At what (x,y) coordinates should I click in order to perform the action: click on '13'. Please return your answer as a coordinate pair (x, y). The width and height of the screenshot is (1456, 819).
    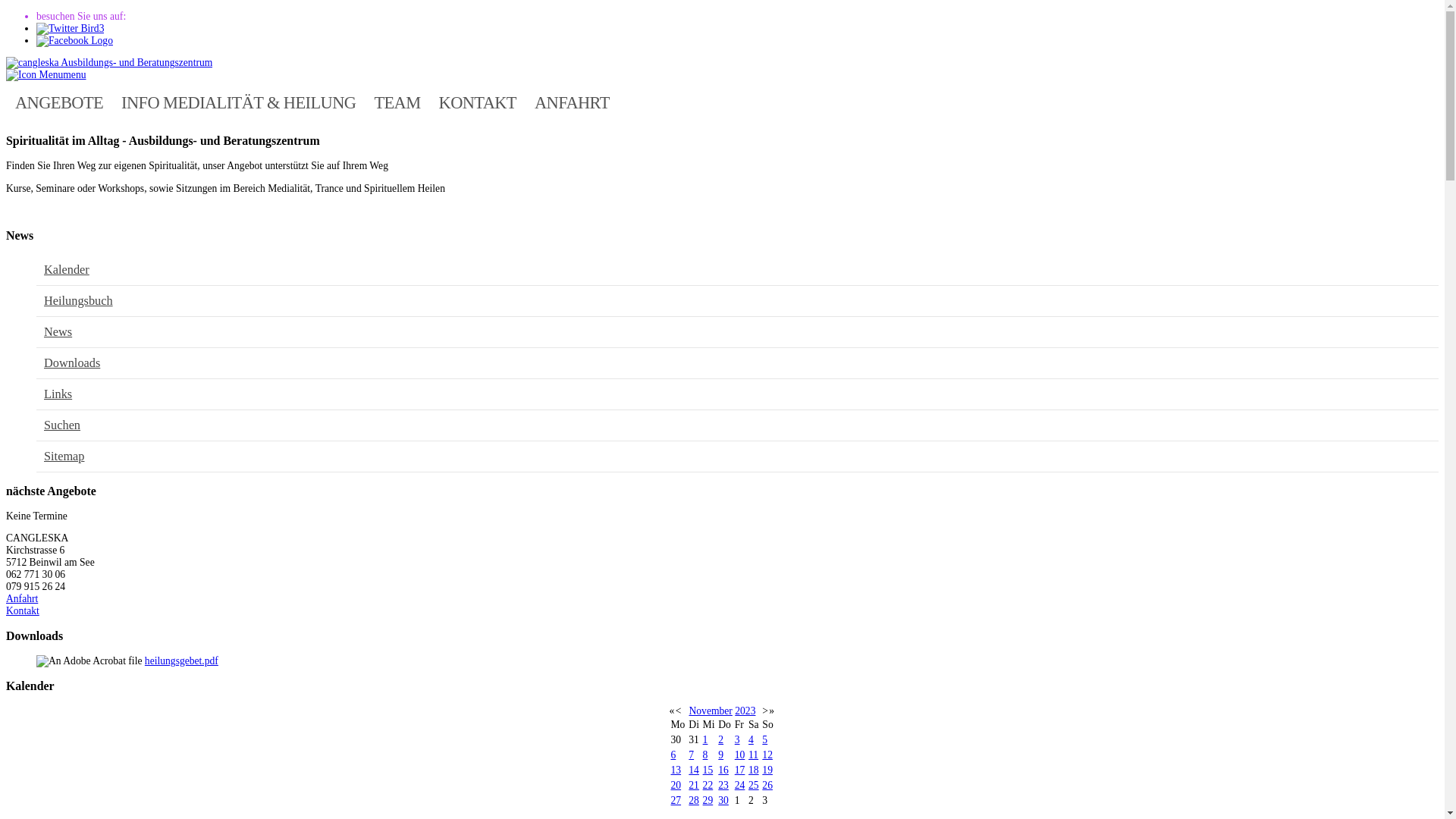
    Looking at the image, I should click on (675, 770).